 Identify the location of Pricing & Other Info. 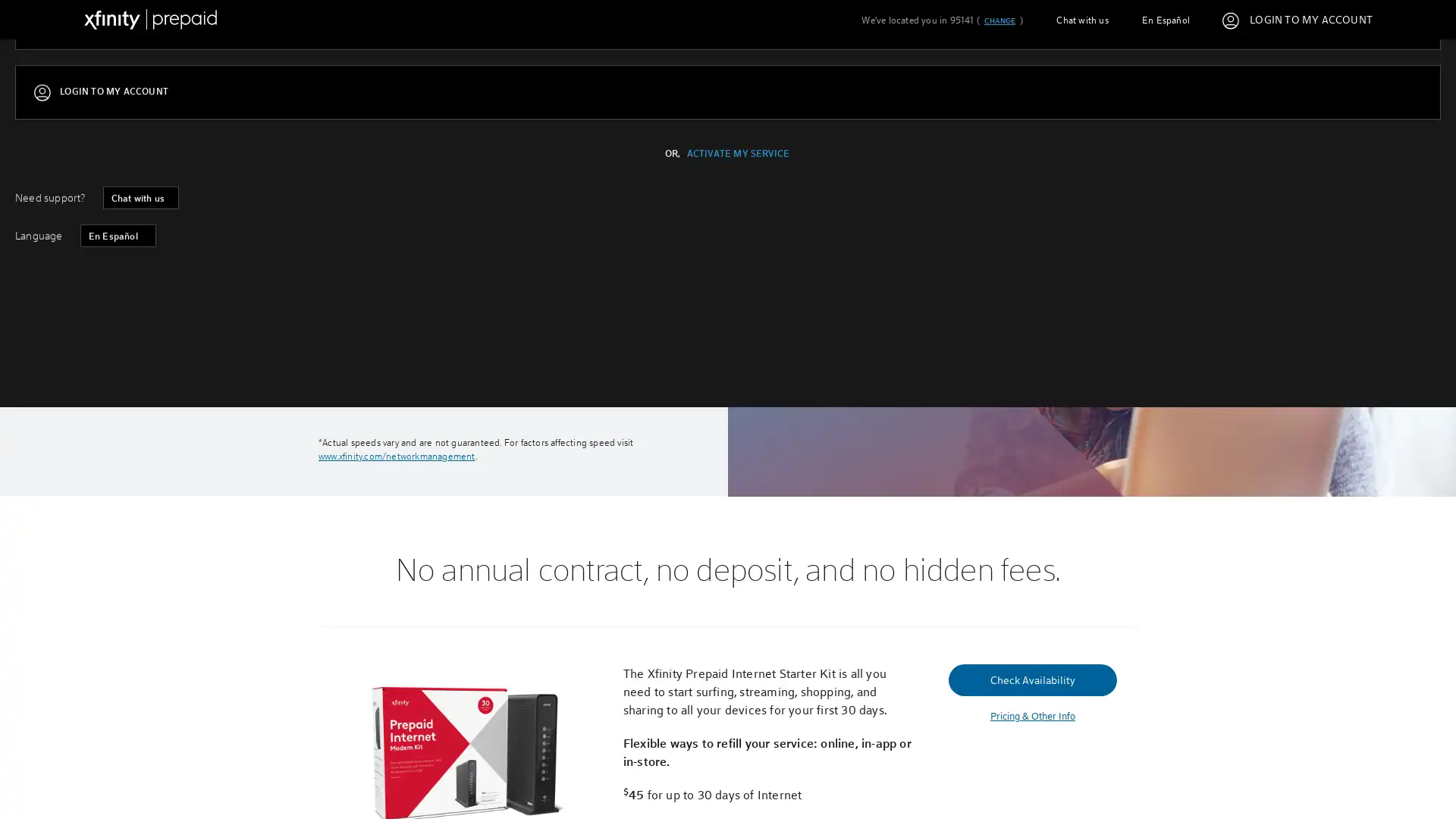
(403, 389).